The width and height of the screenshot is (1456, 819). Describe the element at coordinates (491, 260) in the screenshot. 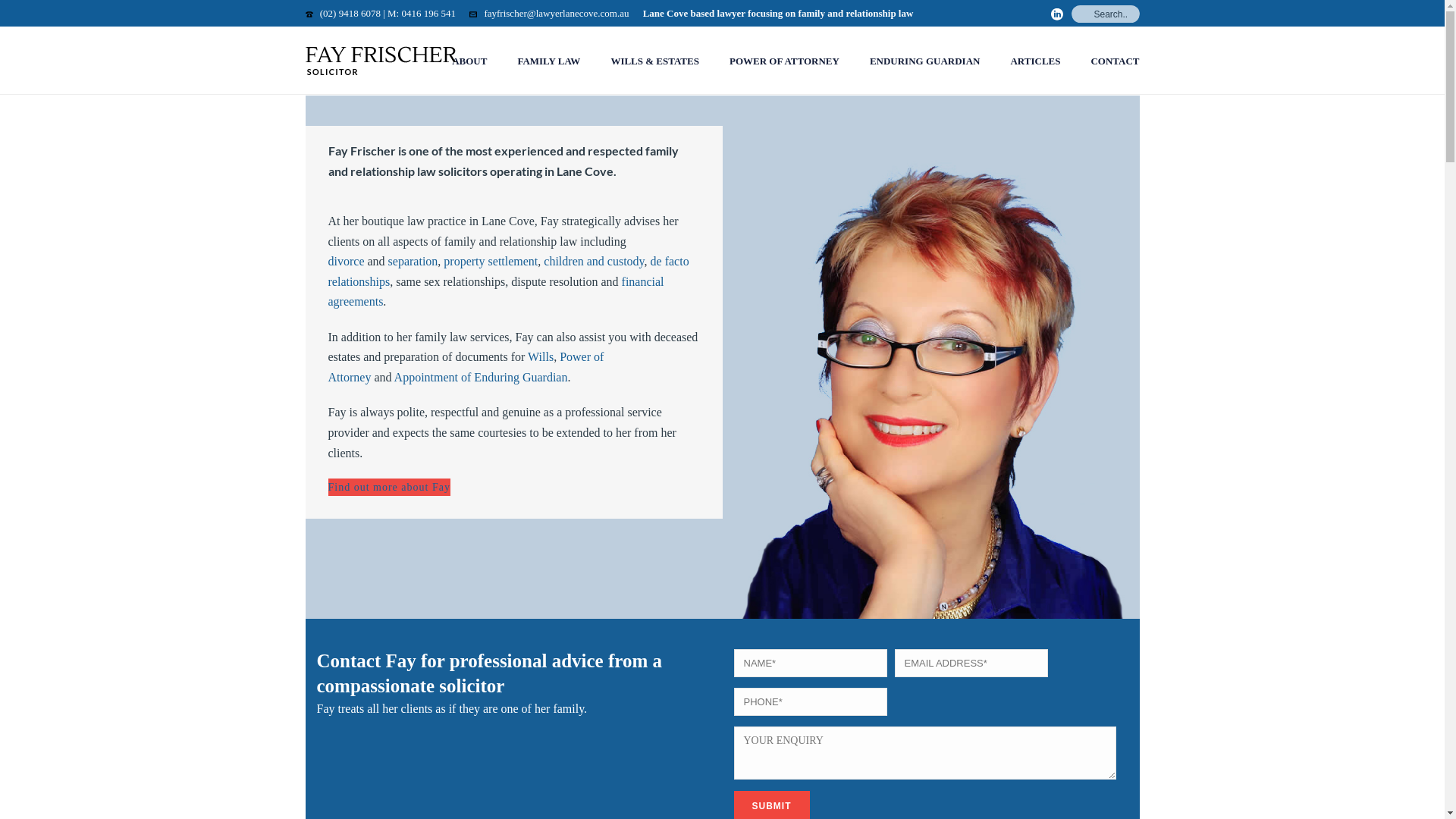

I see `'property settlement'` at that location.